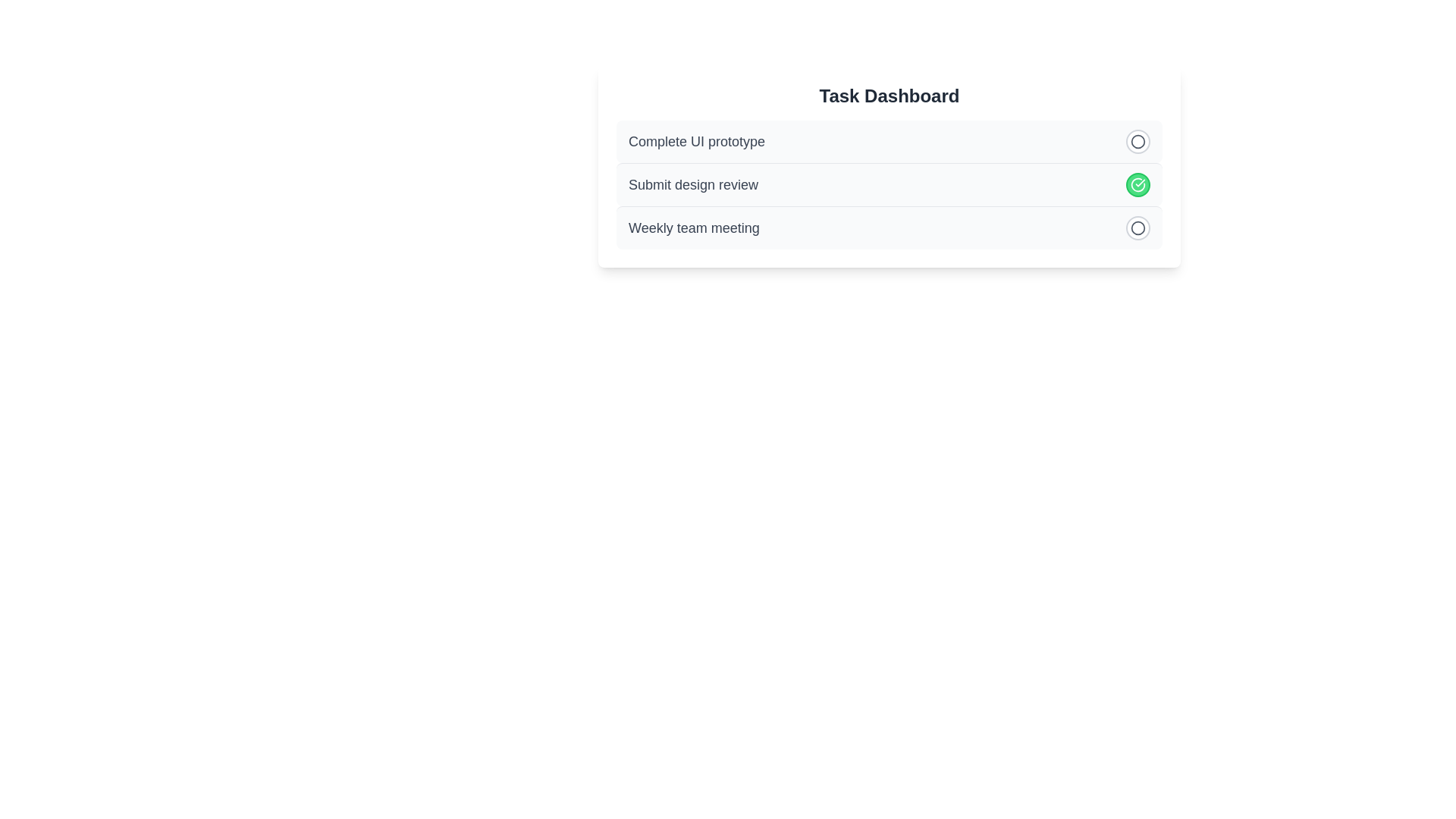 The image size is (1456, 819). Describe the element at coordinates (889, 141) in the screenshot. I see `the task item to reveal its details` at that location.